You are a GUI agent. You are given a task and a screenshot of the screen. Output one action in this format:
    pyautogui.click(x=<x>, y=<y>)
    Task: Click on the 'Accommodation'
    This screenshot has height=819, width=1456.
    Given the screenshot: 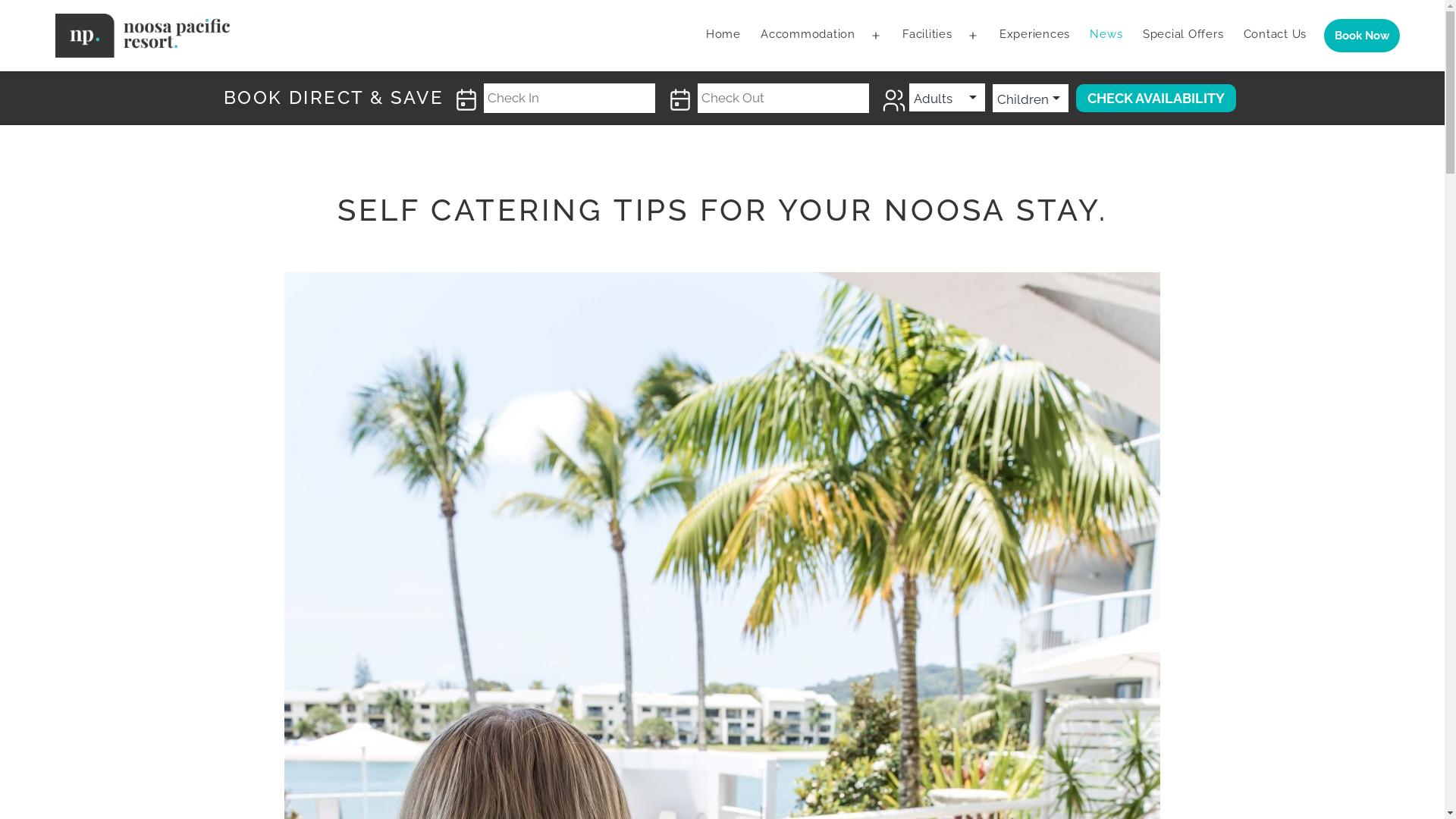 What is the action you would take?
    pyautogui.click(x=807, y=35)
    